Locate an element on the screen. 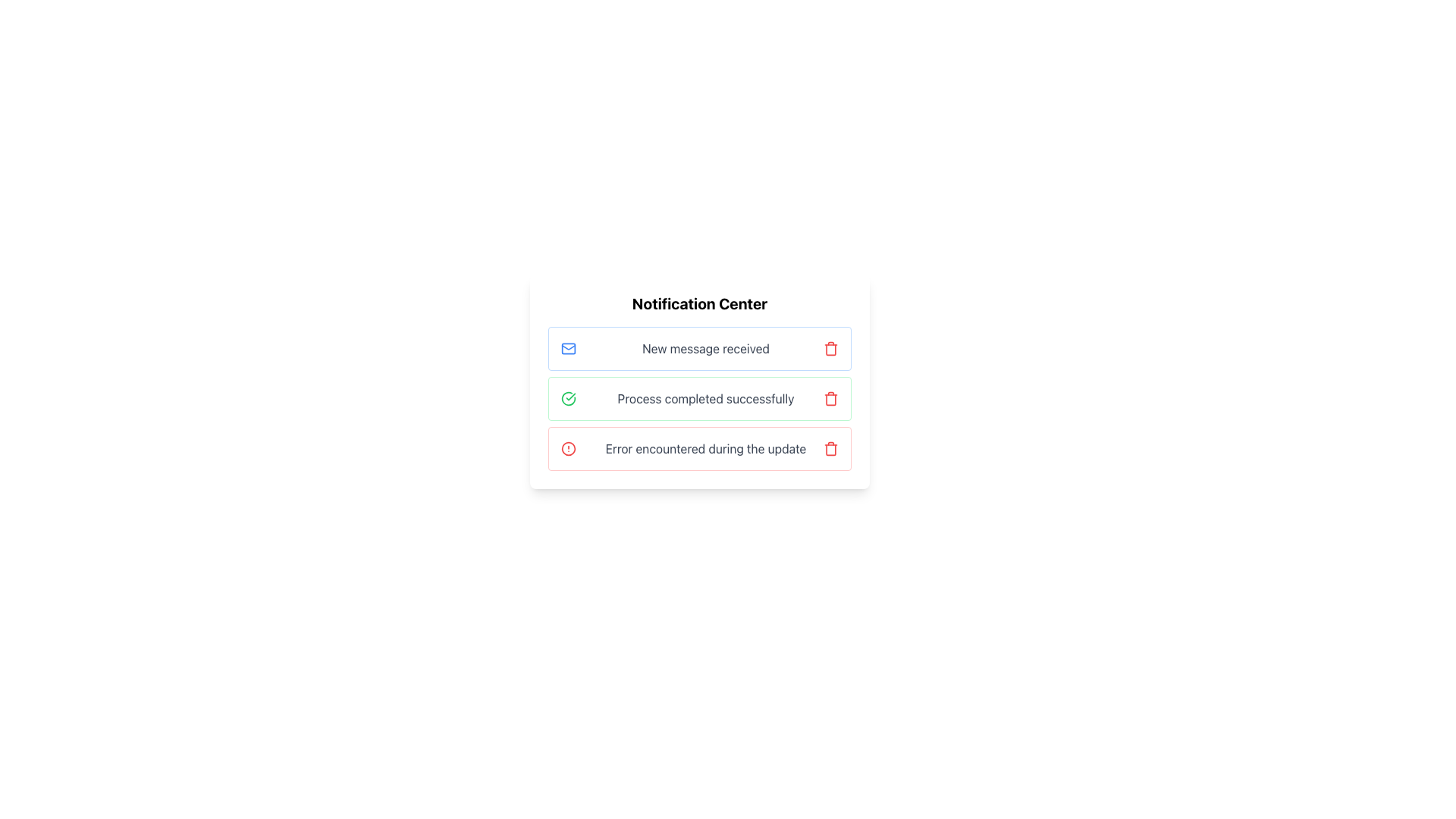 The width and height of the screenshot is (1456, 819). the trash can base representation element, which is part of the trash icon in the second notification indicating 'Process completed successfully' in the Notification Center is located at coordinates (830, 399).